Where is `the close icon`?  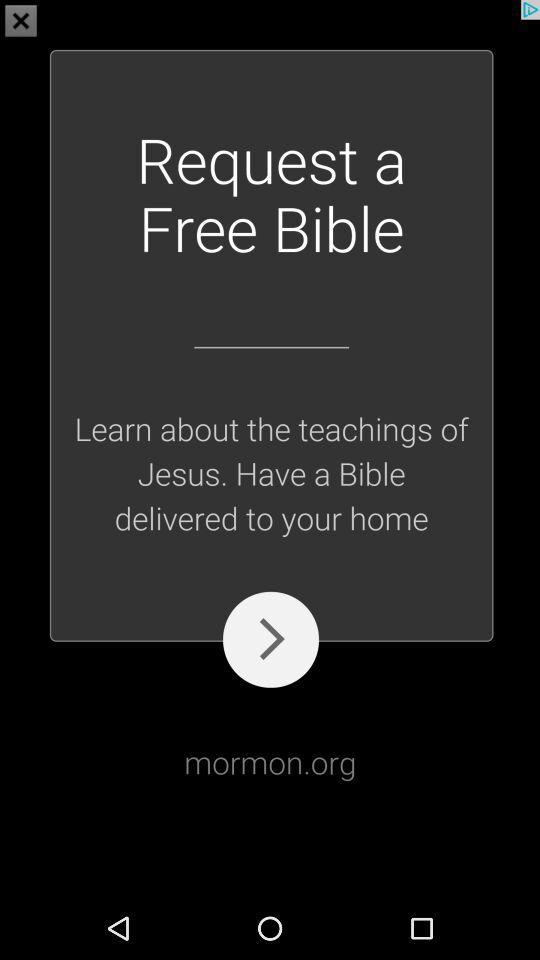
the close icon is located at coordinates (20, 21).